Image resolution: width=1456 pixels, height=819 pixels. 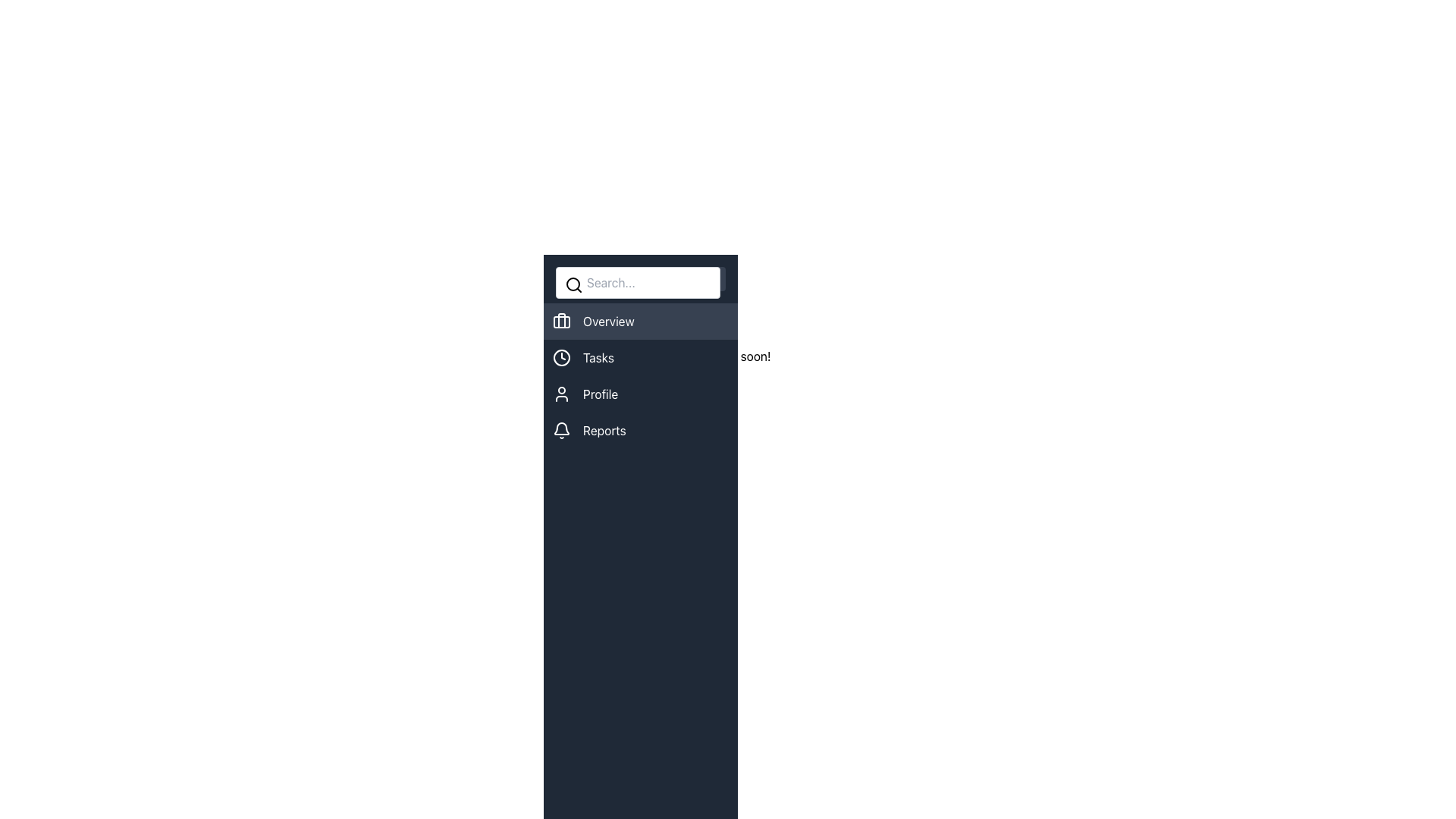 I want to click on the user profile text label located in the vertical navigation bar, which is the third option beneath 'Tasks' and above 'Reports', so click(x=600, y=394).